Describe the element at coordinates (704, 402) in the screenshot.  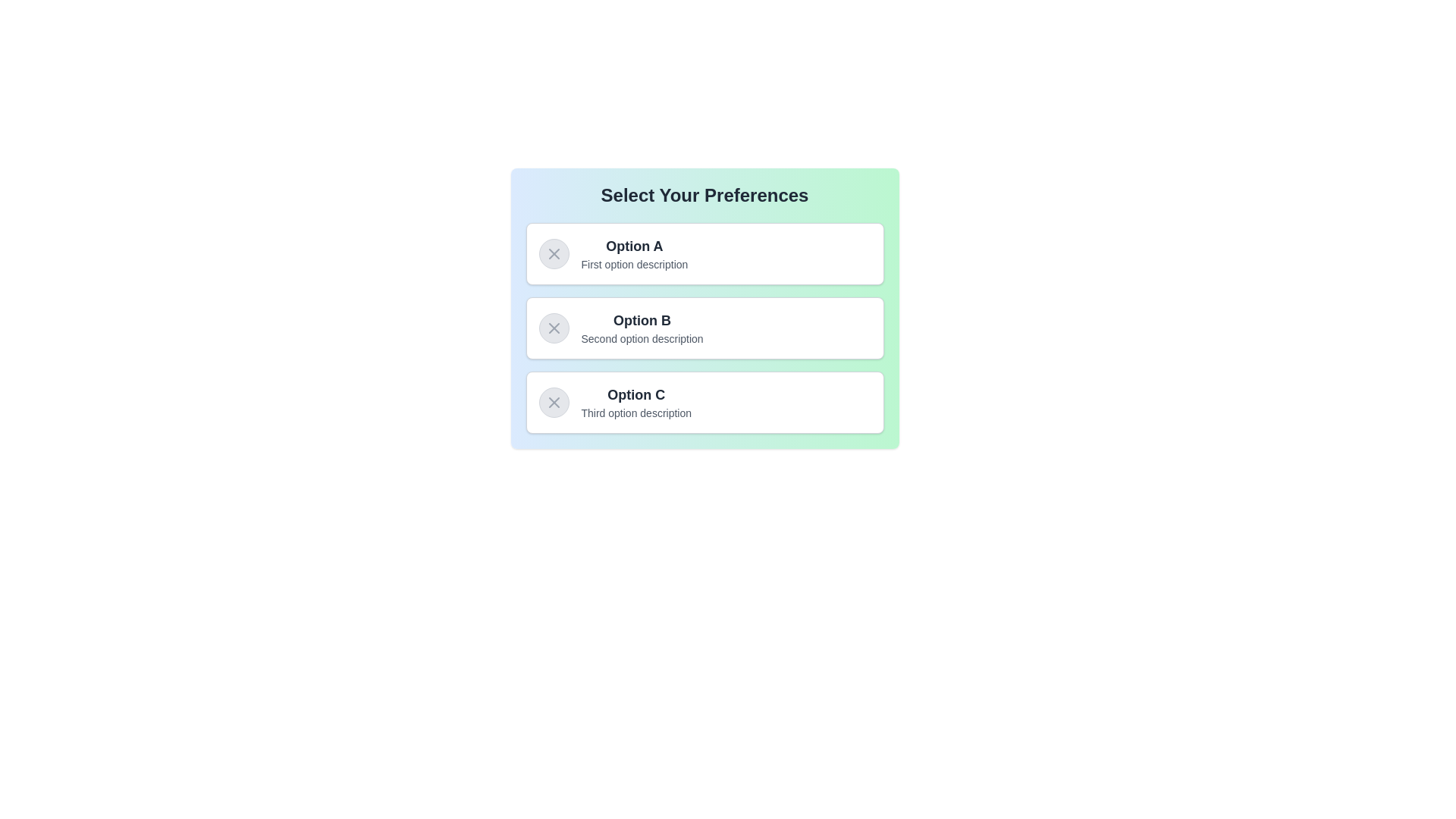
I see `the third button-like card in the preference selection interface` at that location.